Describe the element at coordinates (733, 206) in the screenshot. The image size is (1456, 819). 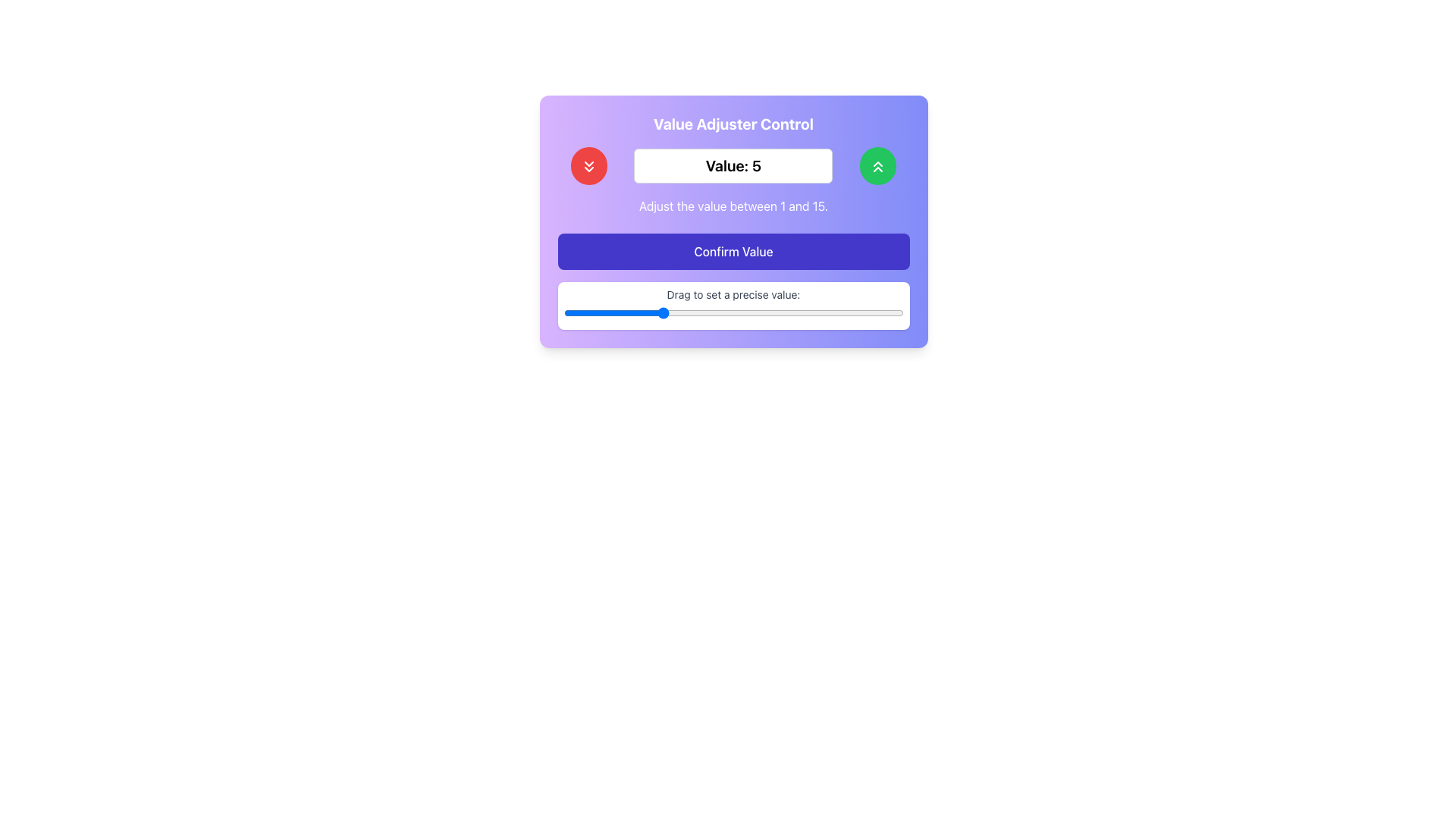
I see `the static text displaying 'Adjust the value between 1 and 15.' which is located within the 'Value Adjuster Control' card component` at that location.